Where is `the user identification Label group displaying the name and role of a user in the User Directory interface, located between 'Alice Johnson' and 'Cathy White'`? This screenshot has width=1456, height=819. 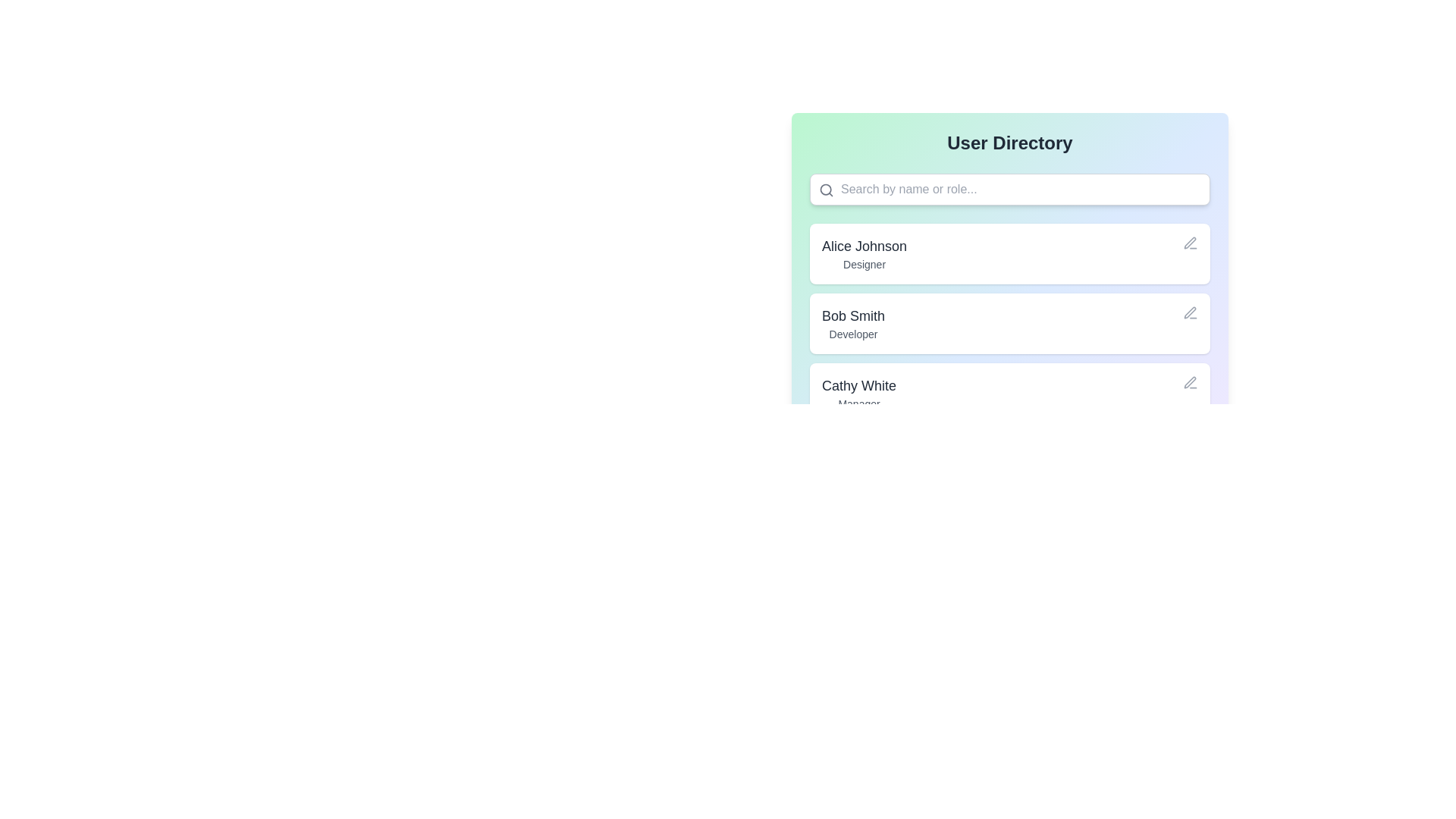 the user identification Label group displaying the name and role of a user in the User Directory interface, located between 'Alice Johnson' and 'Cathy White' is located at coordinates (853, 323).